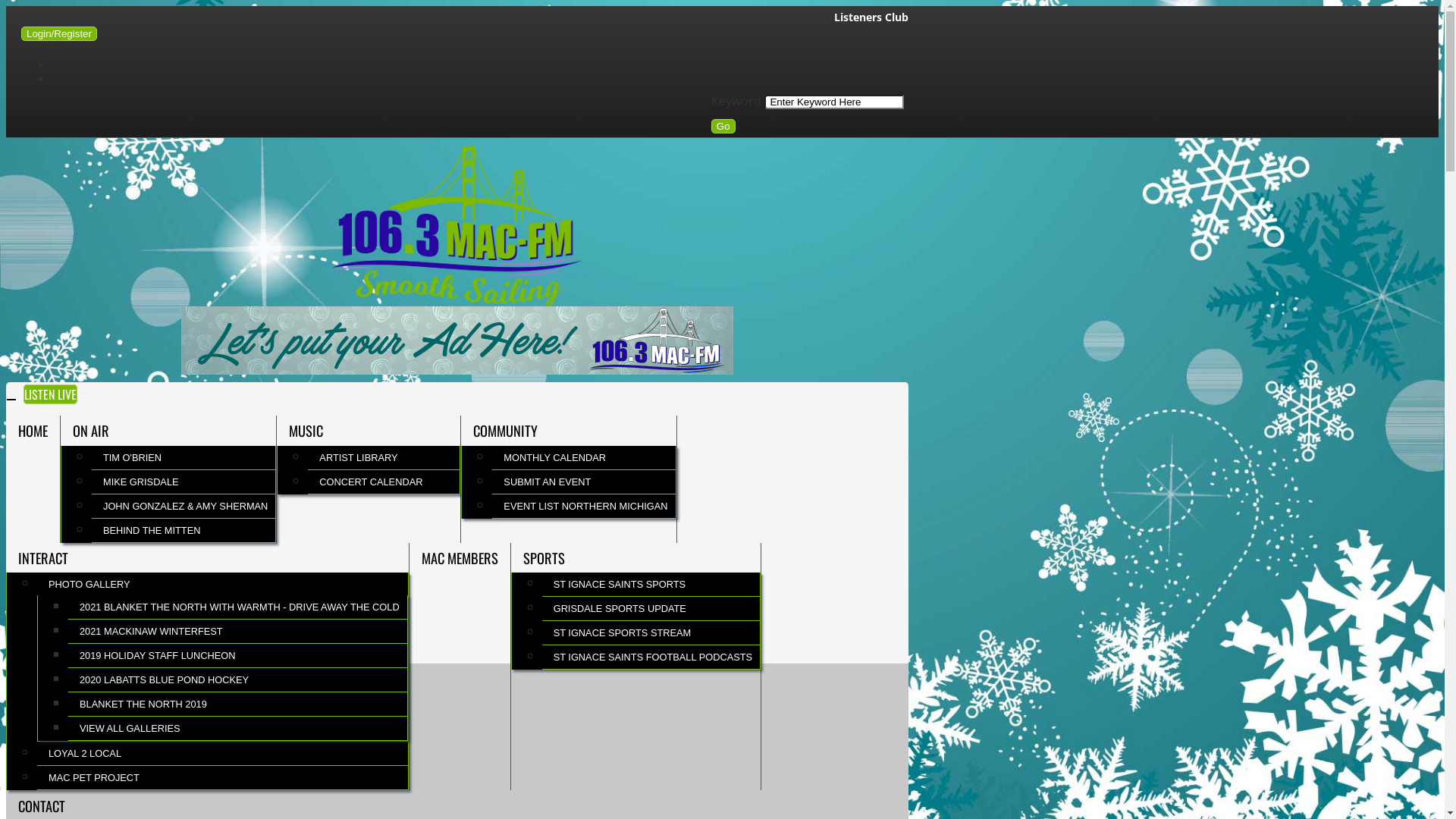 This screenshot has height=819, width=1456. What do you see at coordinates (651, 632) in the screenshot?
I see `'ST IGNACE SPORTS STREAM'` at bounding box center [651, 632].